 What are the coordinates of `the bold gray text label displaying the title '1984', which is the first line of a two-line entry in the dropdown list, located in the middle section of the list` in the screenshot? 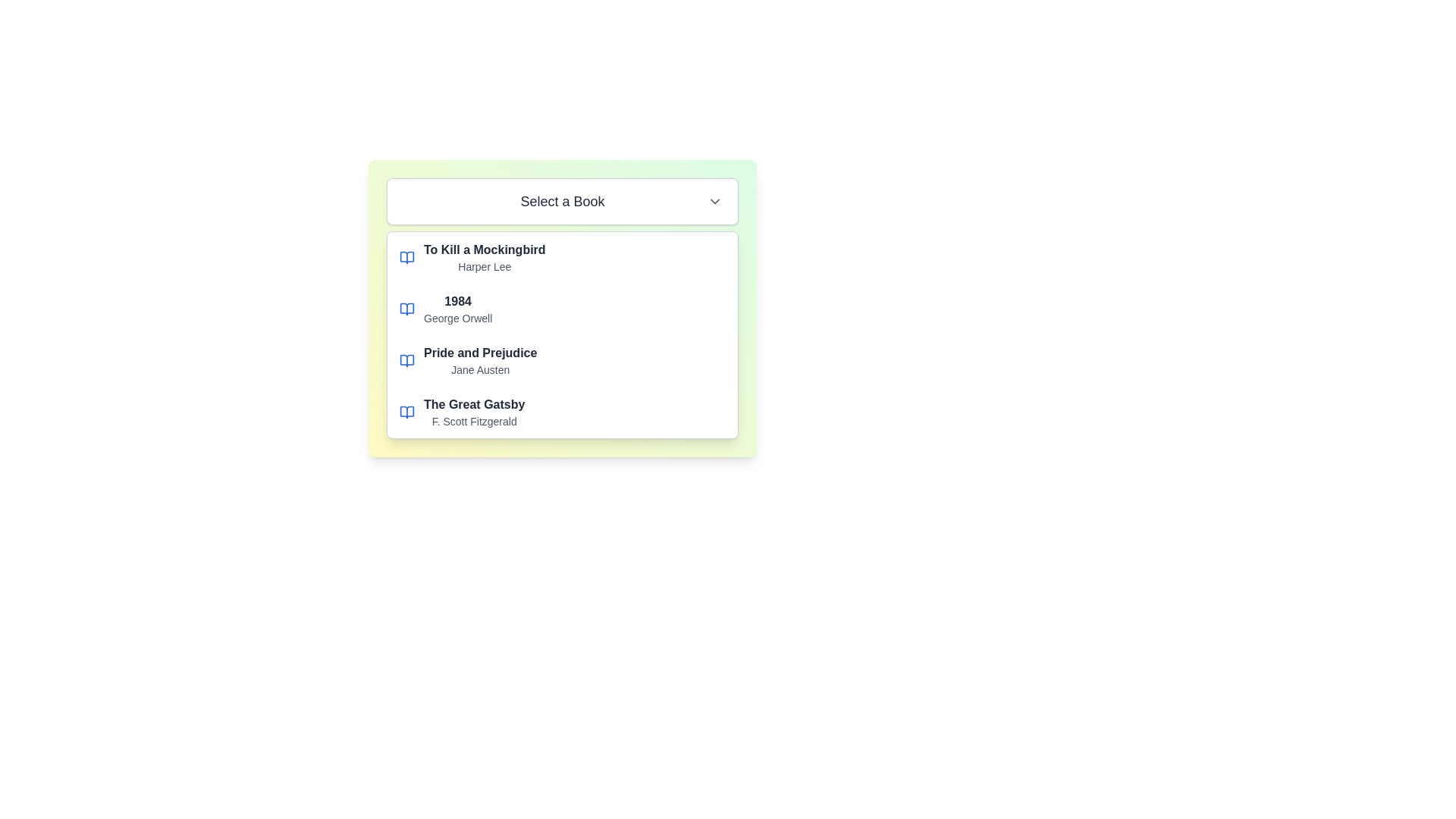 It's located at (457, 301).